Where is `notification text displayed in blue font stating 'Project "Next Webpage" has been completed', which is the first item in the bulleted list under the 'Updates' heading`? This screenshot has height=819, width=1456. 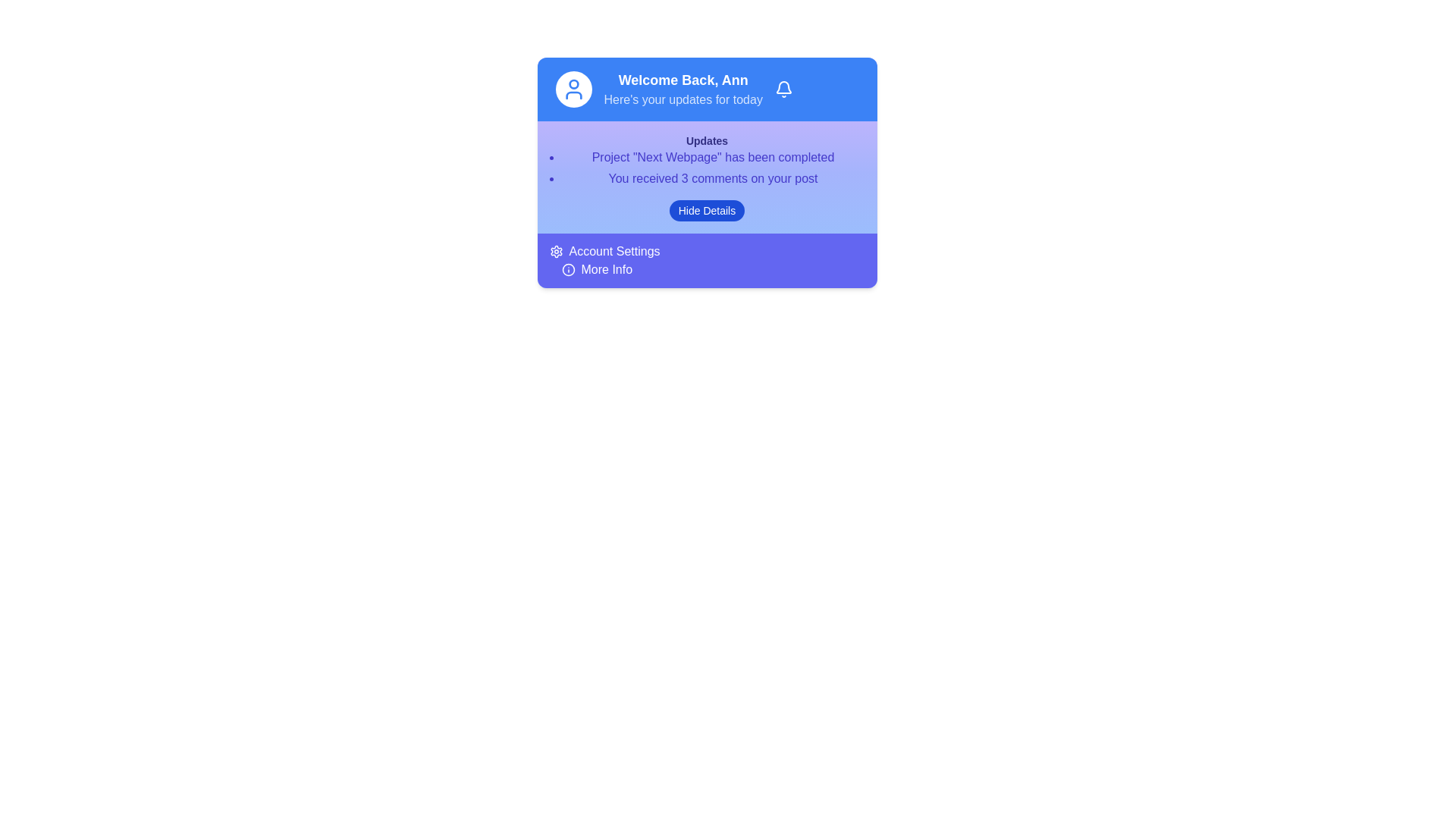 notification text displayed in blue font stating 'Project "Next Webpage" has been completed', which is the first item in the bulleted list under the 'Updates' heading is located at coordinates (712, 158).